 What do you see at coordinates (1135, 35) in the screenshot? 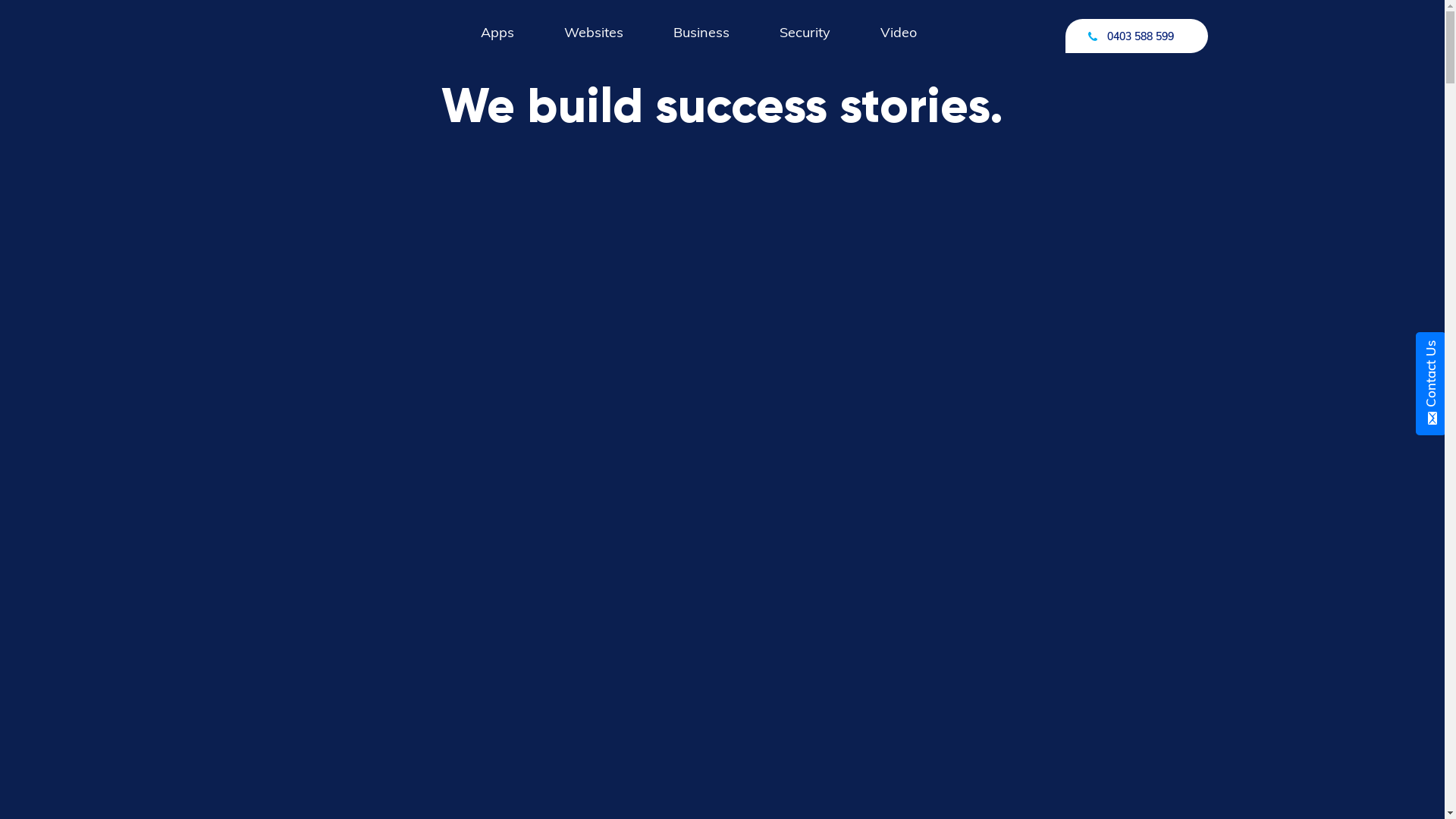
I see `'0403 588 599'` at bounding box center [1135, 35].